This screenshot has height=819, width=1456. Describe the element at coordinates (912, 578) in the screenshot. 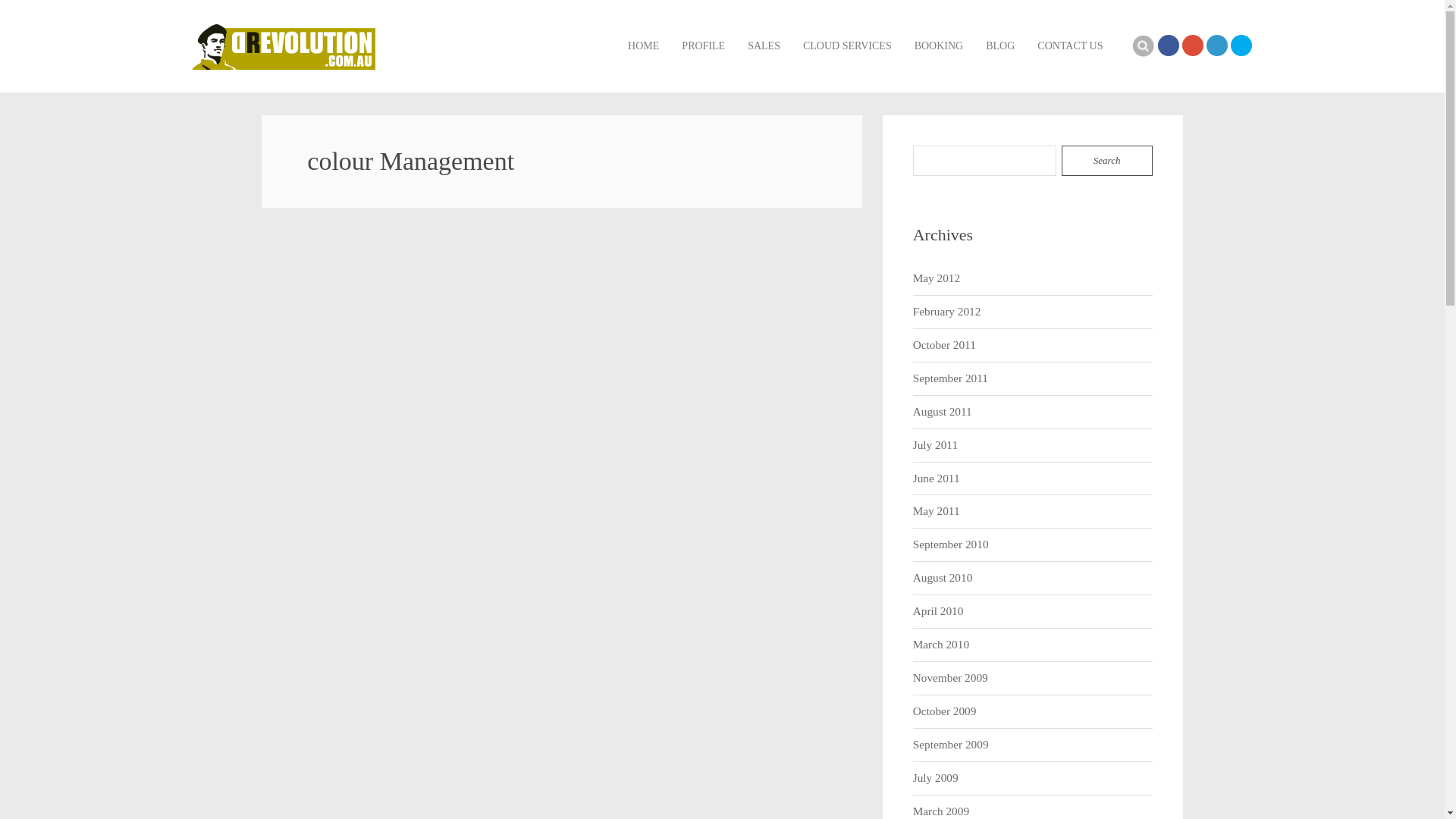

I see `'August 2010'` at that location.